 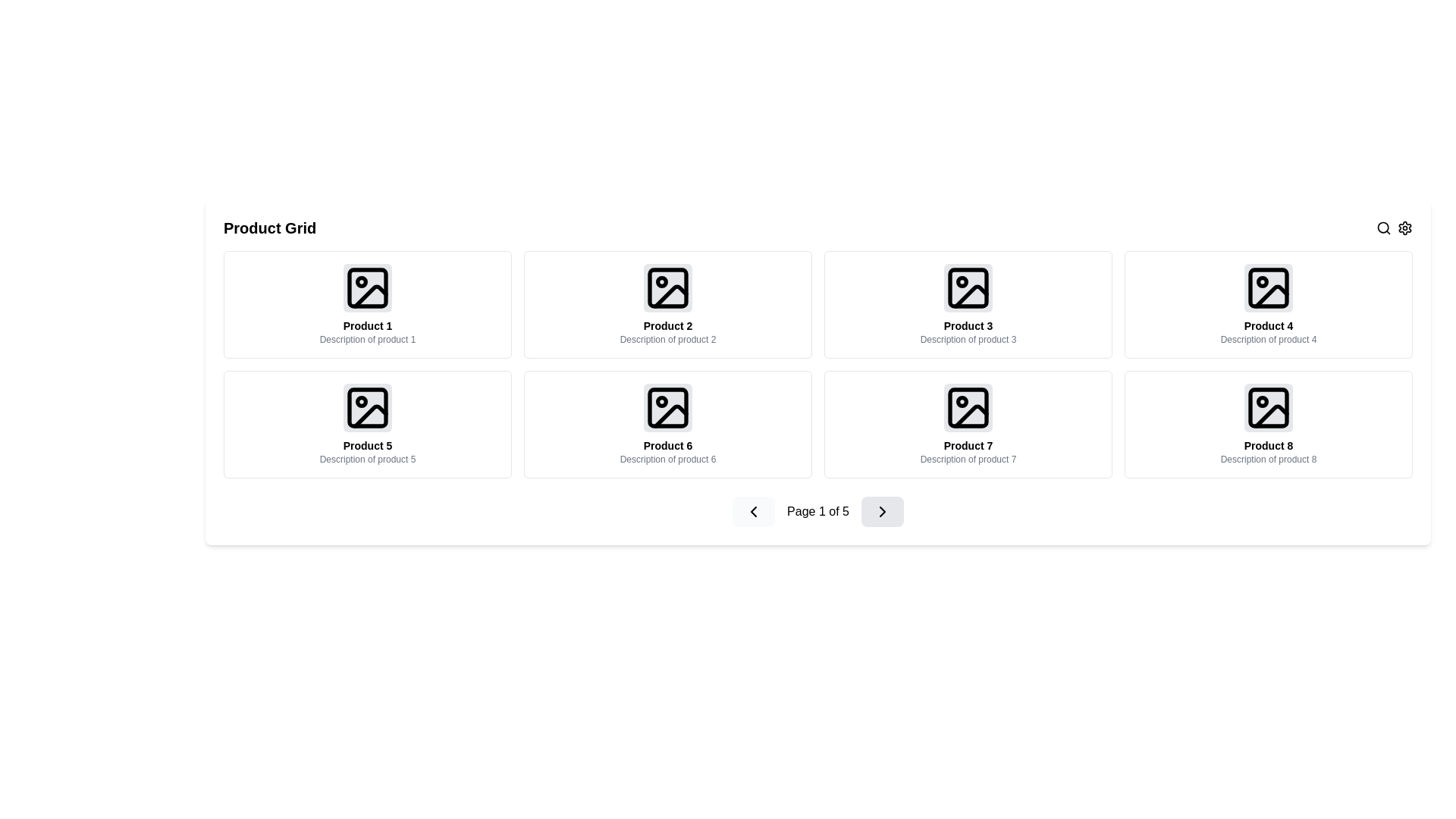 I want to click on the product image icon in the 'Product 1' listing, which serves as a placeholder for the product image, so click(x=367, y=288).